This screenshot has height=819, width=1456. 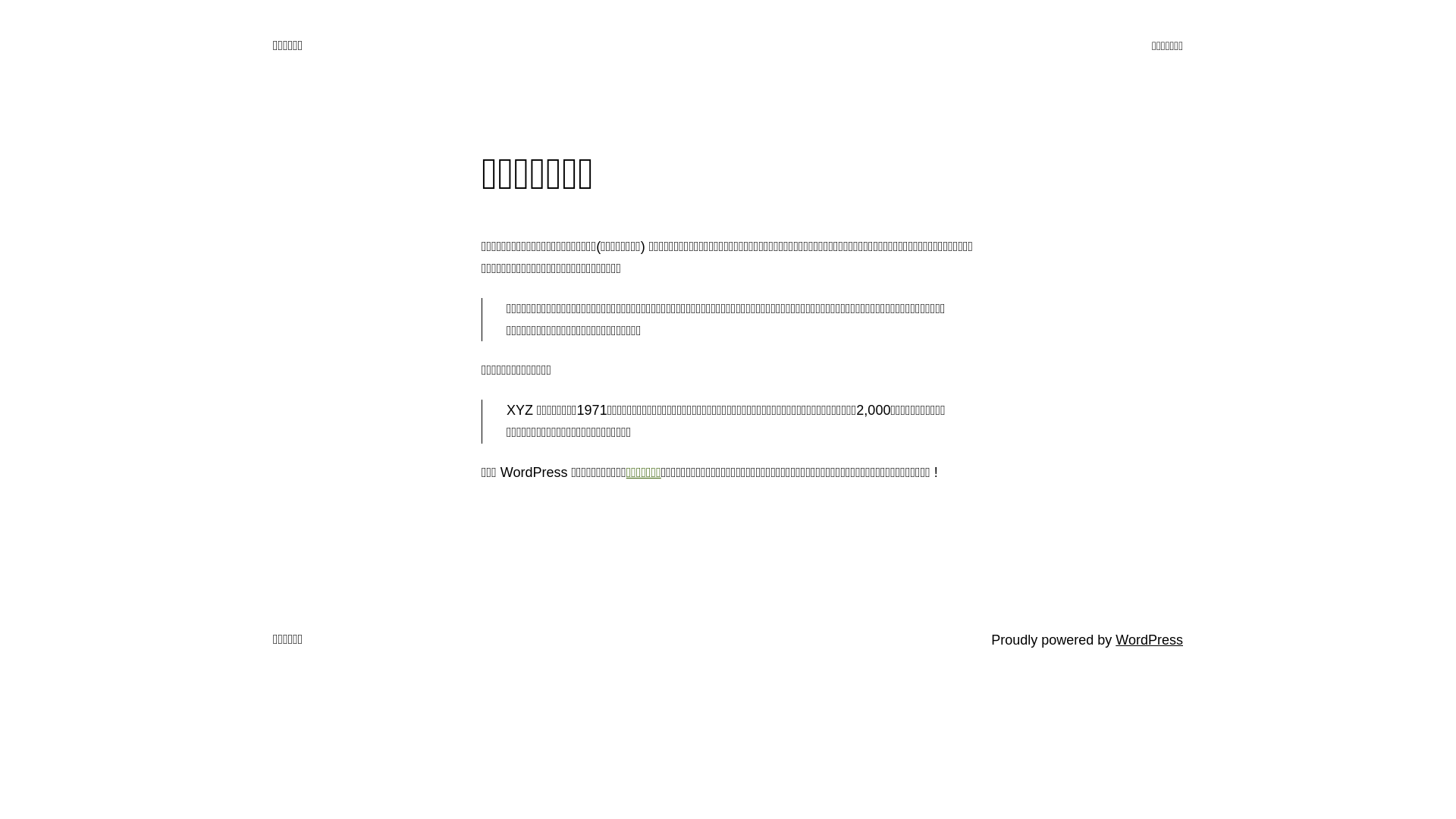 What do you see at coordinates (1149, 640) in the screenshot?
I see `'WordPress'` at bounding box center [1149, 640].